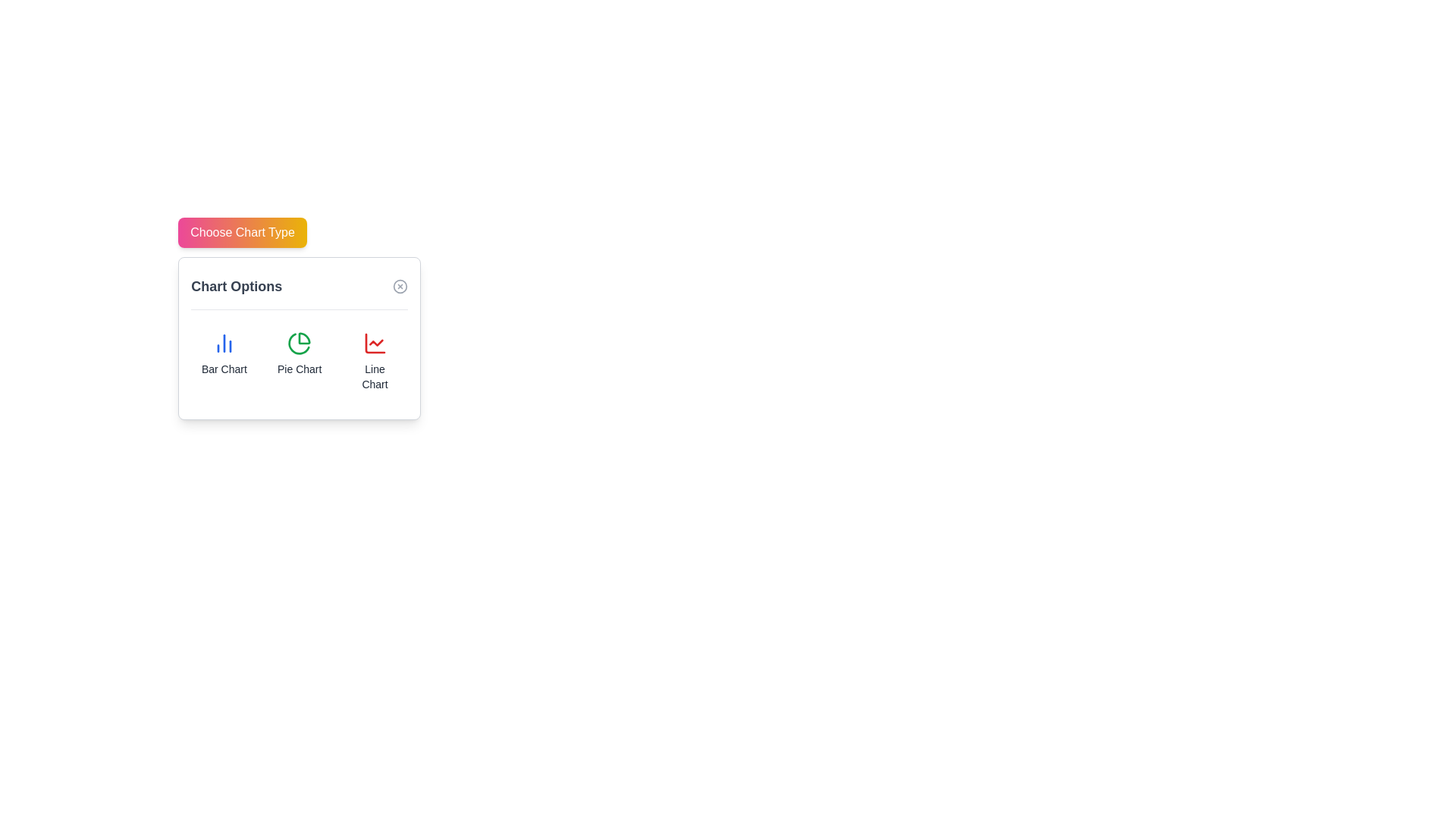  What do you see at coordinates (223, 369) in the screenshot?
I see `the text label that identifies the bar chart type, located directly below the bar chart icon in the grid of chart options` at bounding box center [223, 369].